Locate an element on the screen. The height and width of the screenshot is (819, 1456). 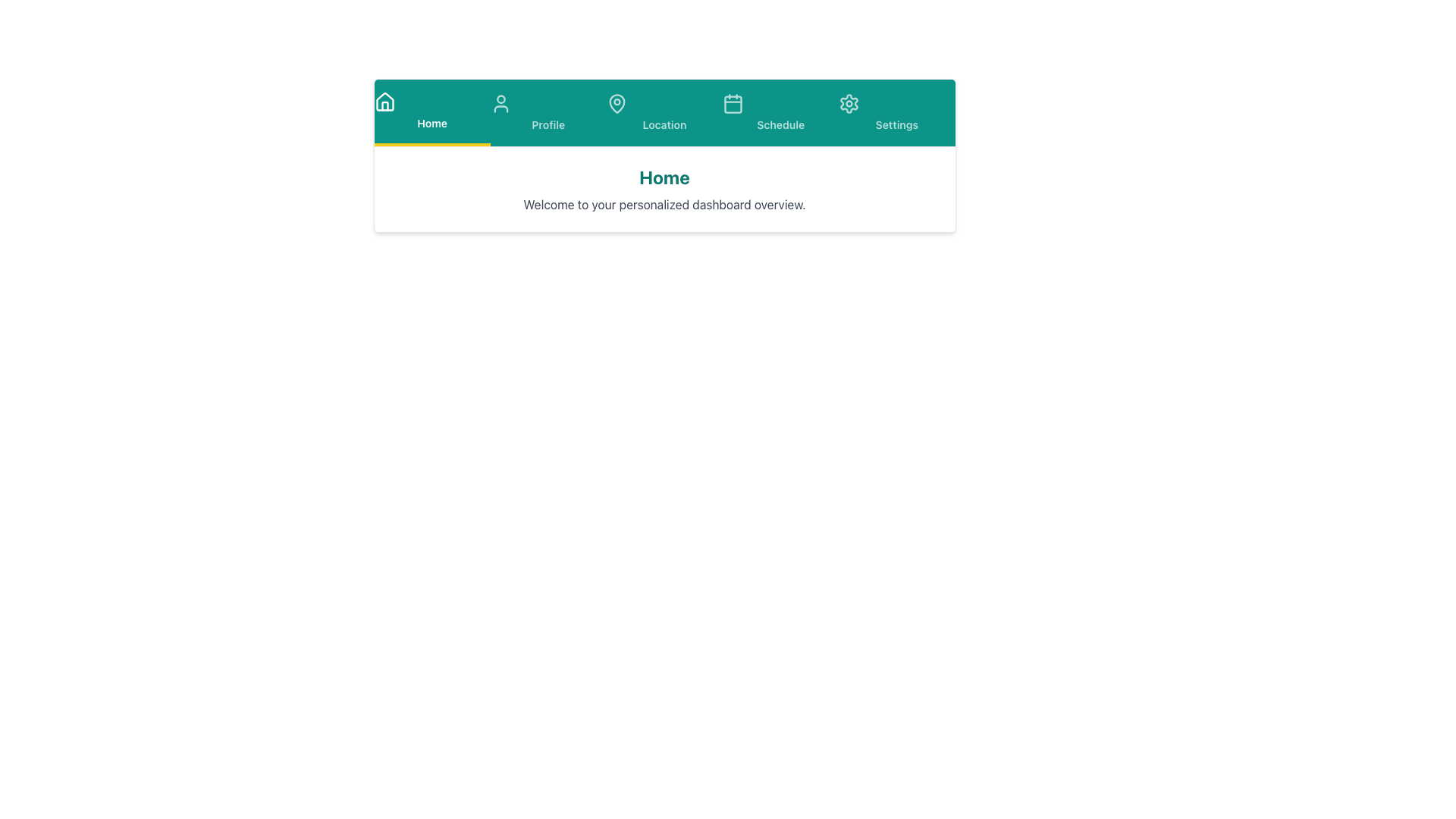
the gear-shaped settings icon located in the teal navigation bar at the top right, which is aligned above the text 'Settings' is located at coordinates (849, 103).